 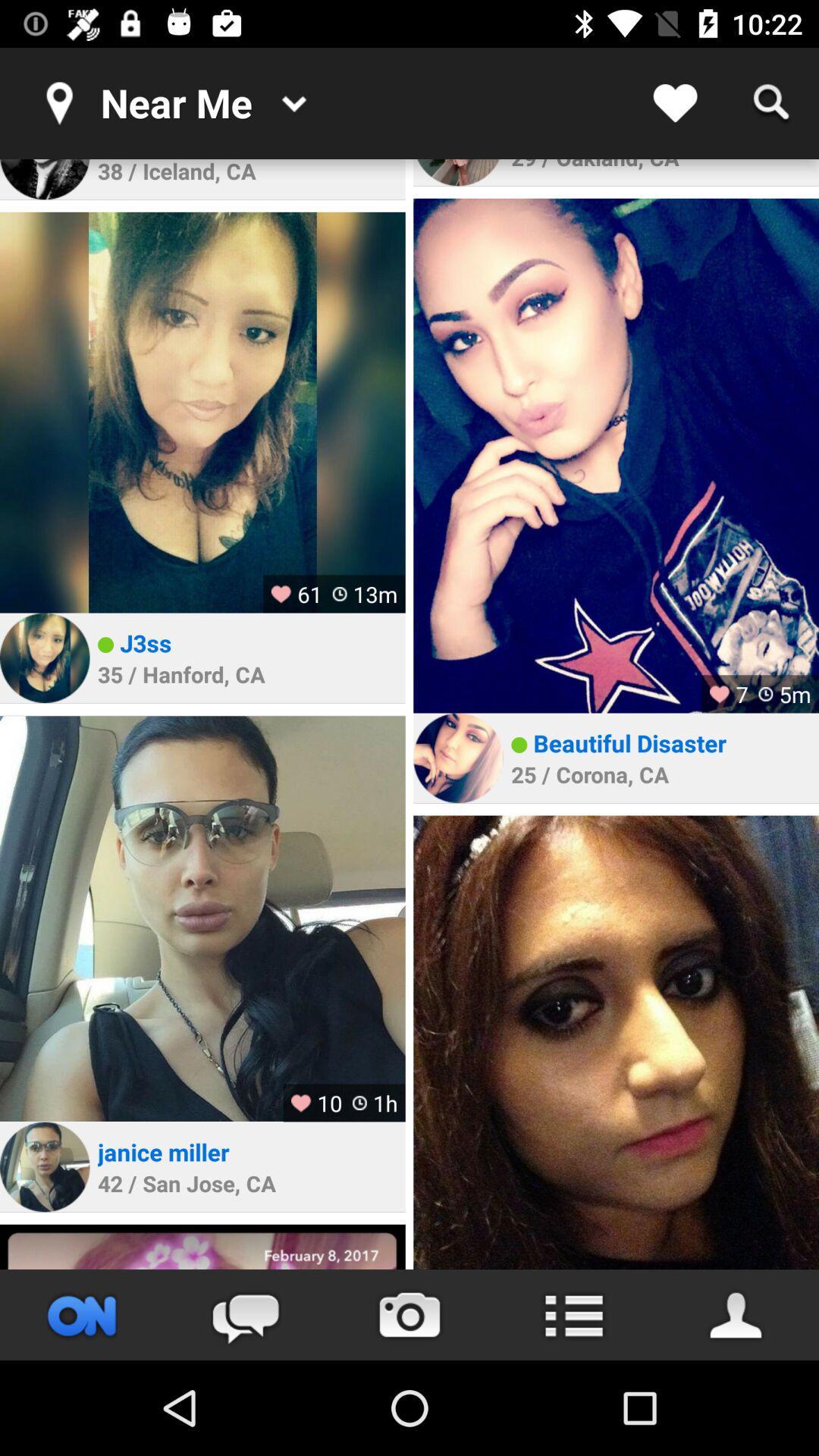 I want to click on messaging icon, so click(x=245, y=1314).